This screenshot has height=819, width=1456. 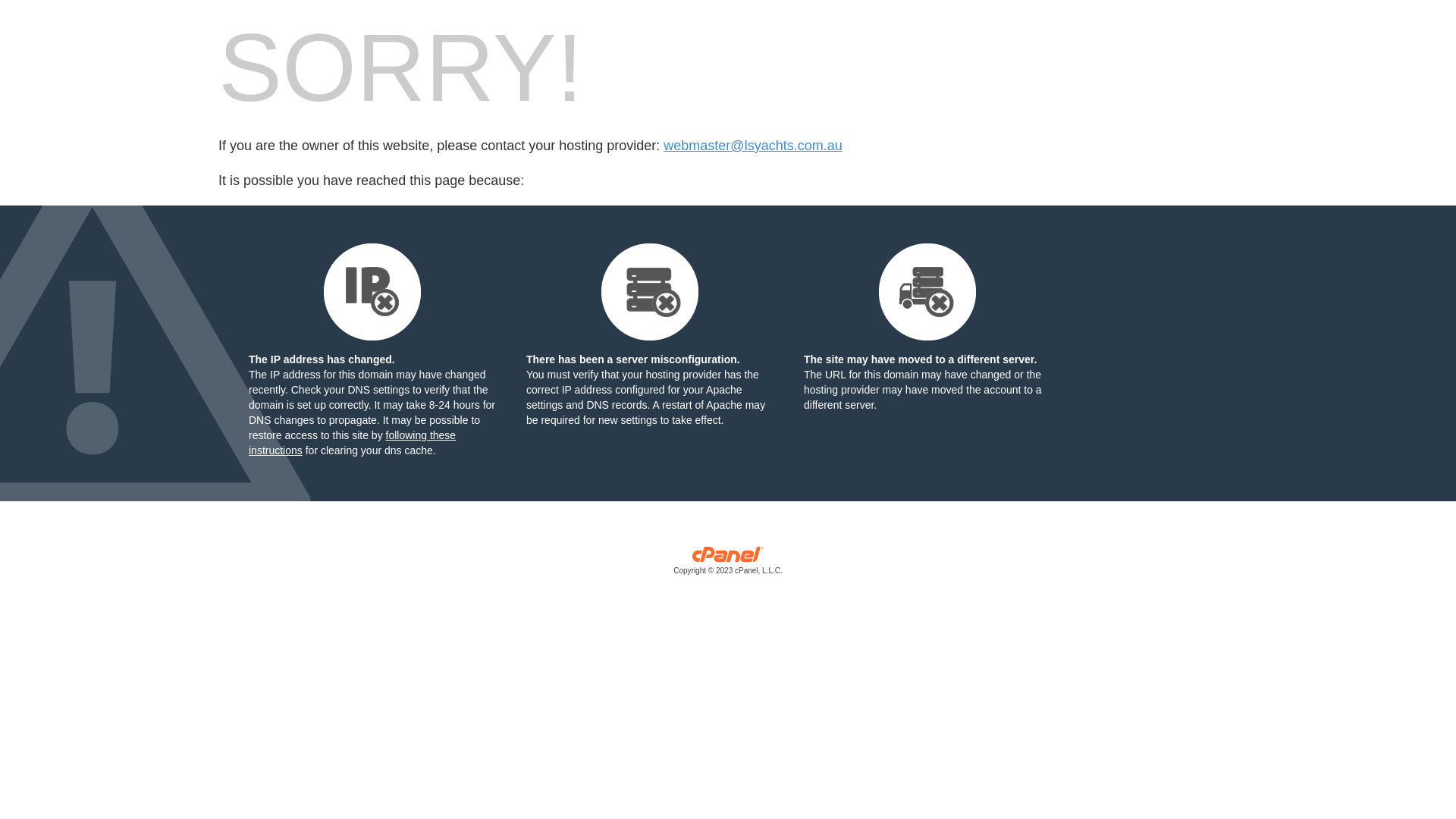 I want to click on 'following these instructions', so click(x=351, y=442).